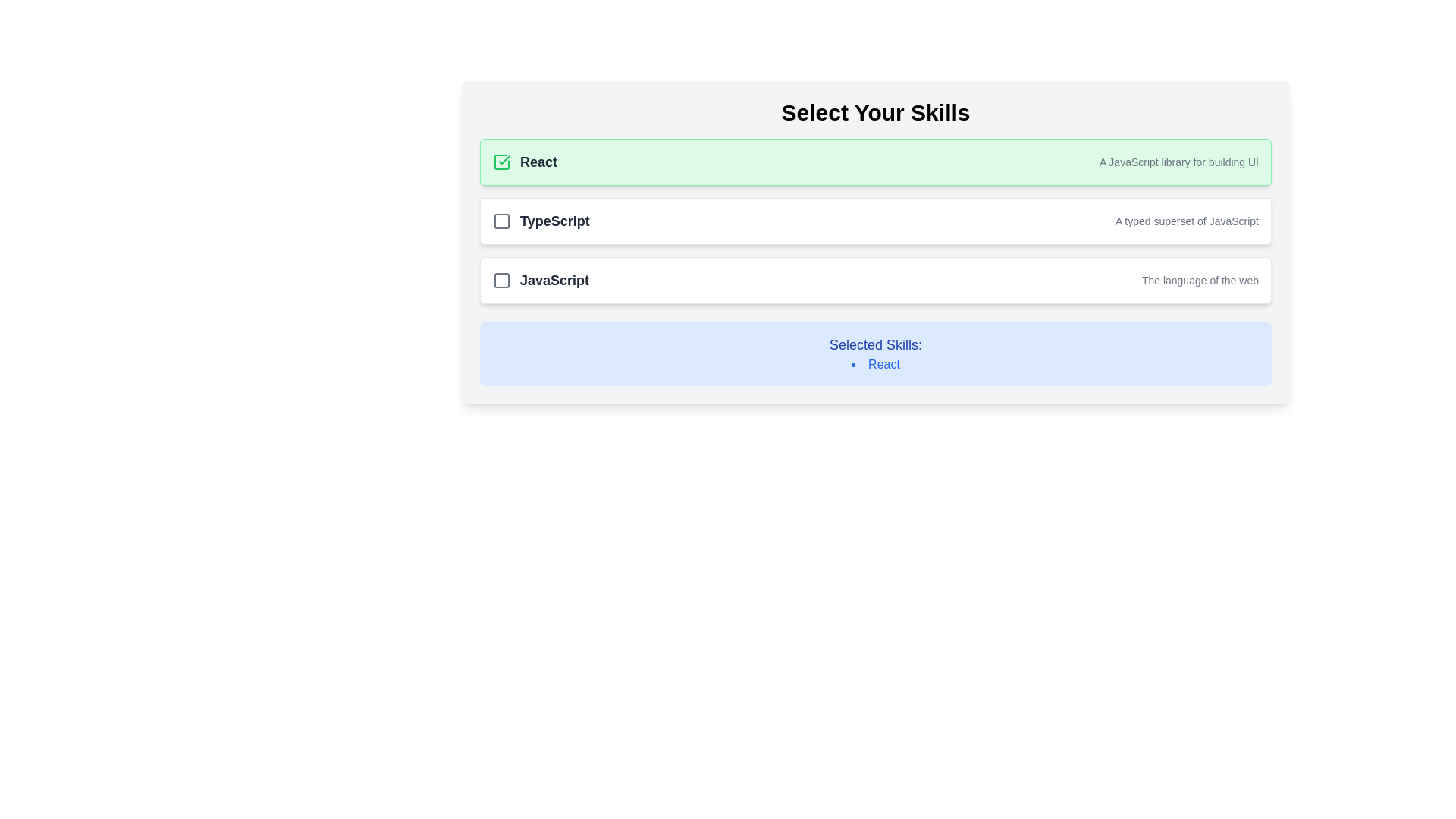 The height and width of the screenshot is (819, 1456). What do you see at coordinates (525, 162) in the screenshot?
I see `the textual content of the 'React' label, which is part of a selectable list and visually indicated by a green checkmark icon` at bounding box center [525, 162].